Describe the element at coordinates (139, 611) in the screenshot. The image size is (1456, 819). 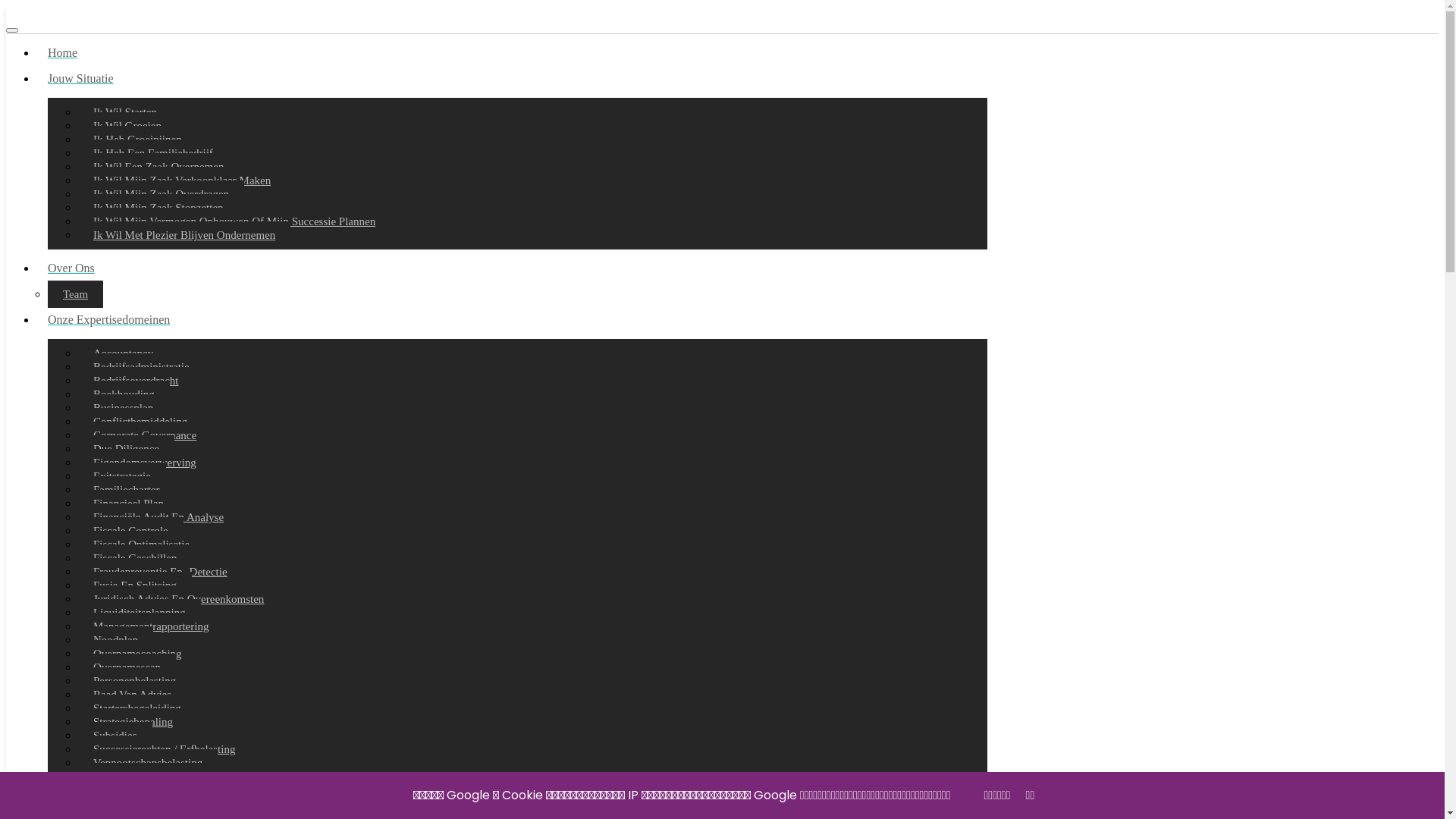
I see `'Liquiditeitsplanning'` at that location.